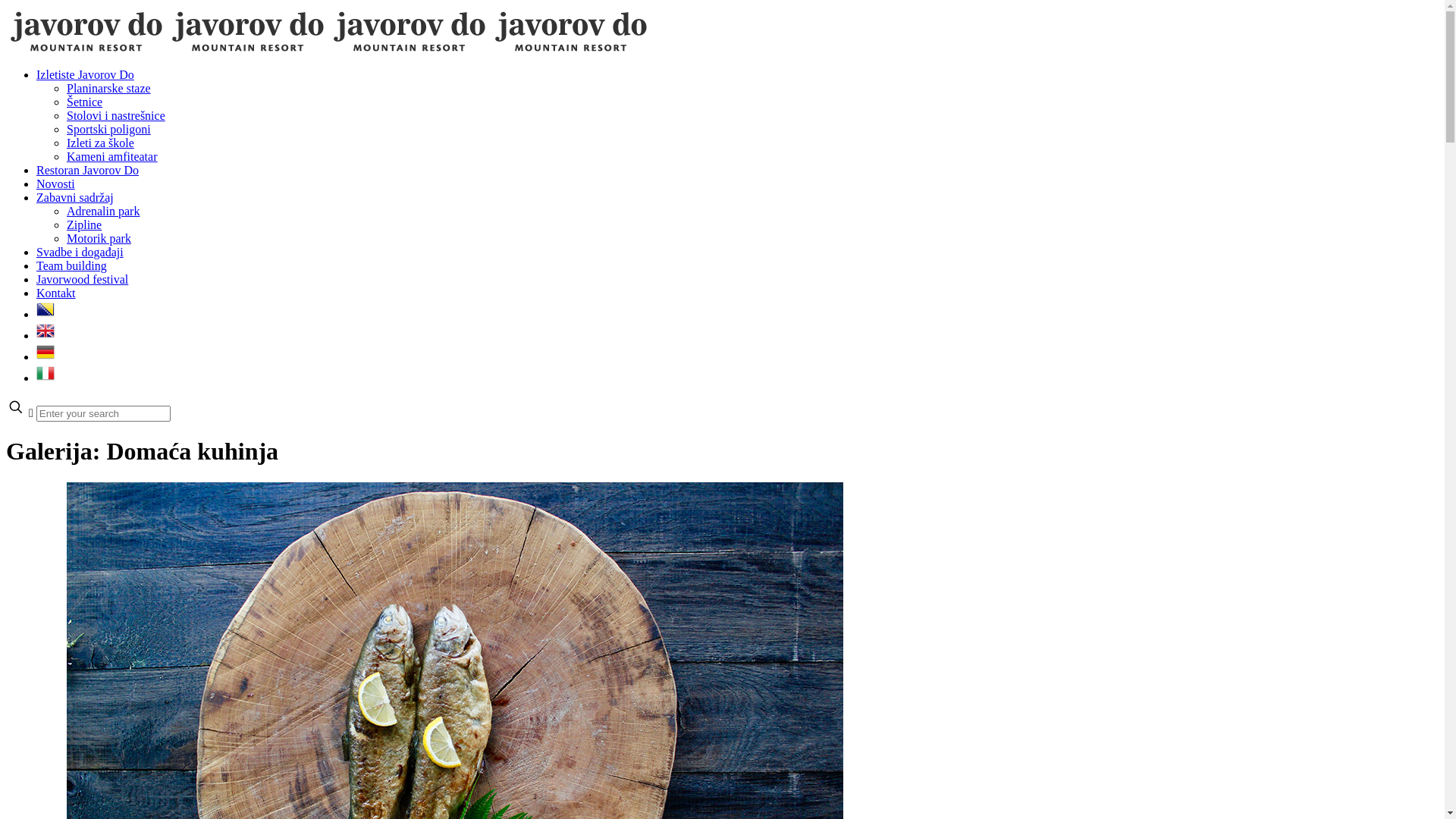  I want to click on 'German', so click(45, 356).